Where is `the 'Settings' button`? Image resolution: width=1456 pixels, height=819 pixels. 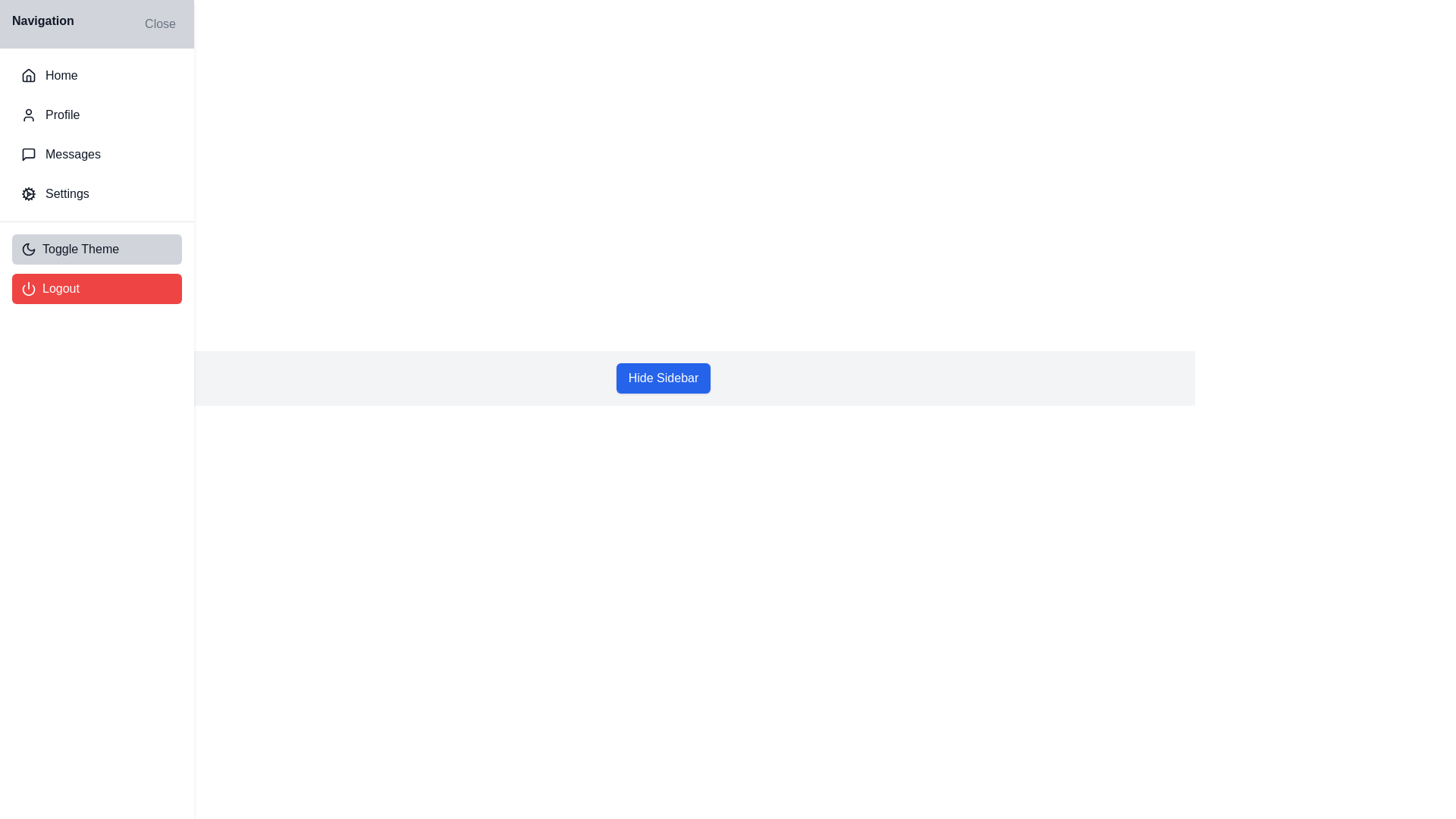 the 'Settings' button is located at coordinates (96, 193).